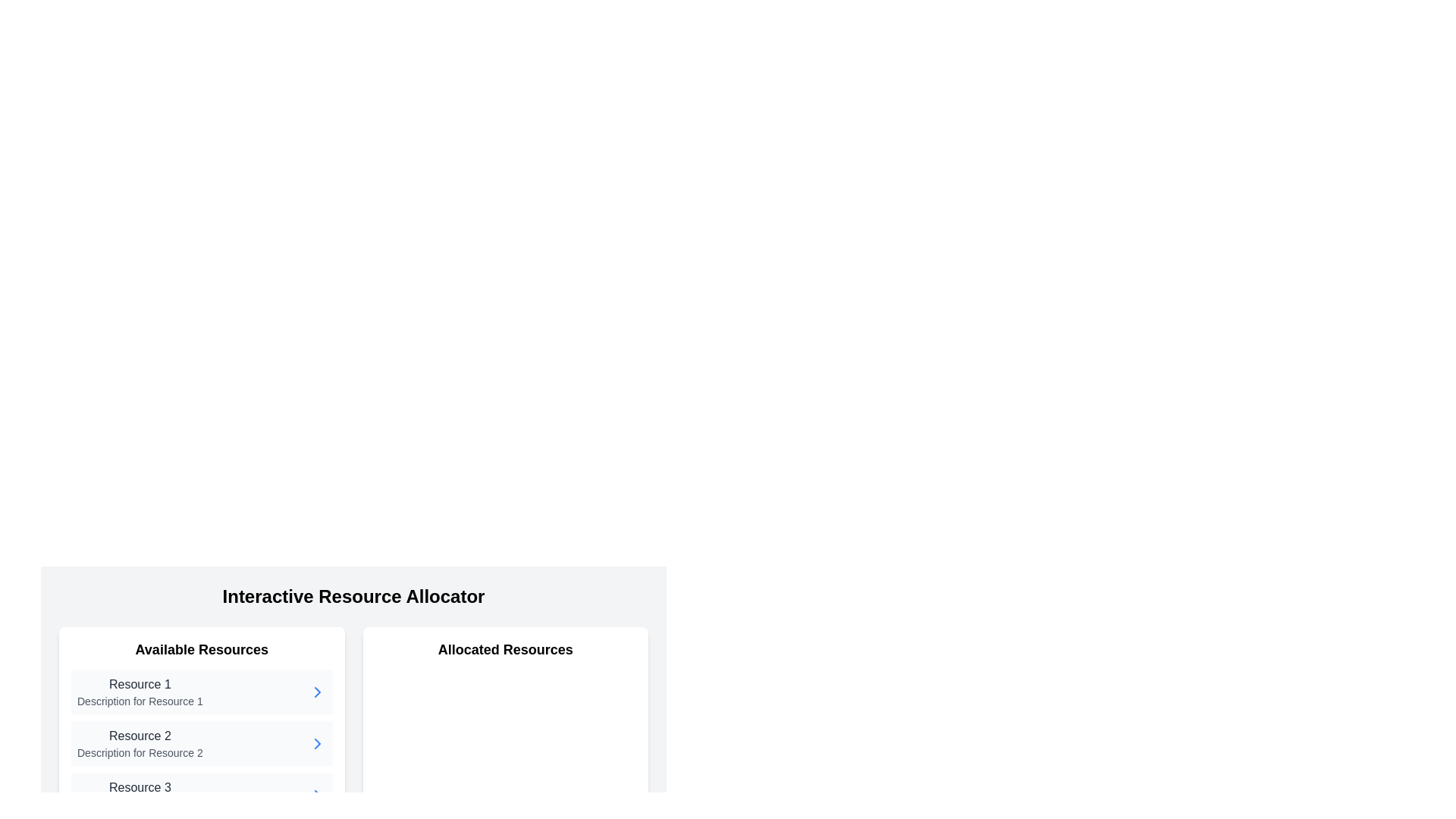  Describe the element at coordinates (316, 692) in the screenshot. I see `the Chevron icon located in the 'Available Resources' section, specifically aligned with 'Resource 2'` at that location.